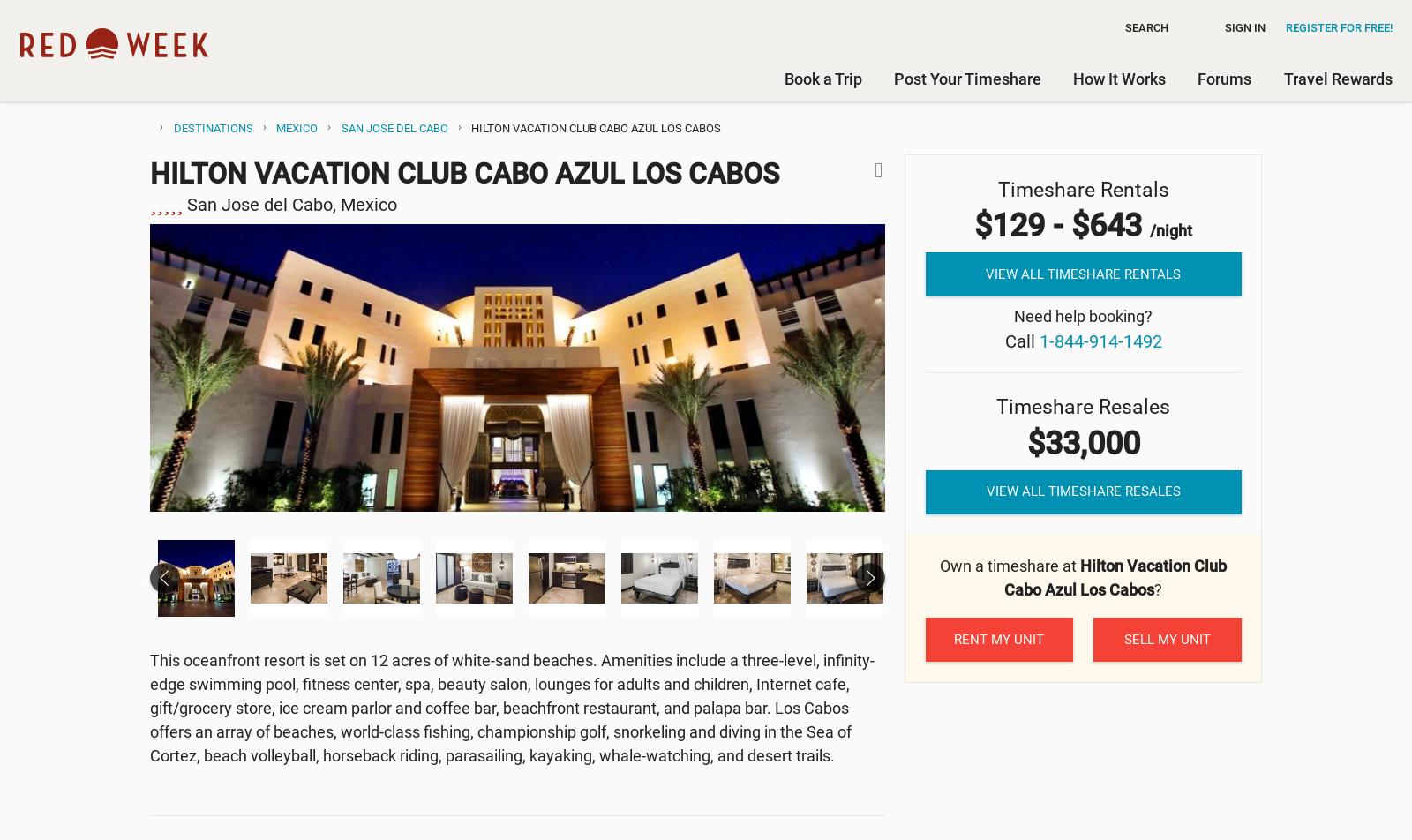 This screenshot has height=840, width=1412. Describe the element at coordinates (1166, 638) in the screenshot. I see `'Sell my unit'` at that location.